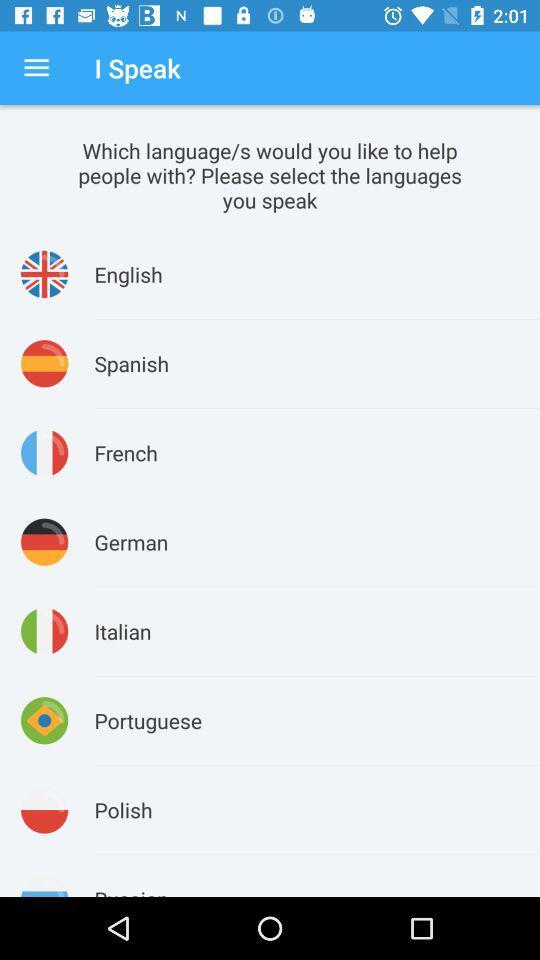 This screenshot has width=540, height=960. I want to click on app next to i speak icon, so click(36, 68).